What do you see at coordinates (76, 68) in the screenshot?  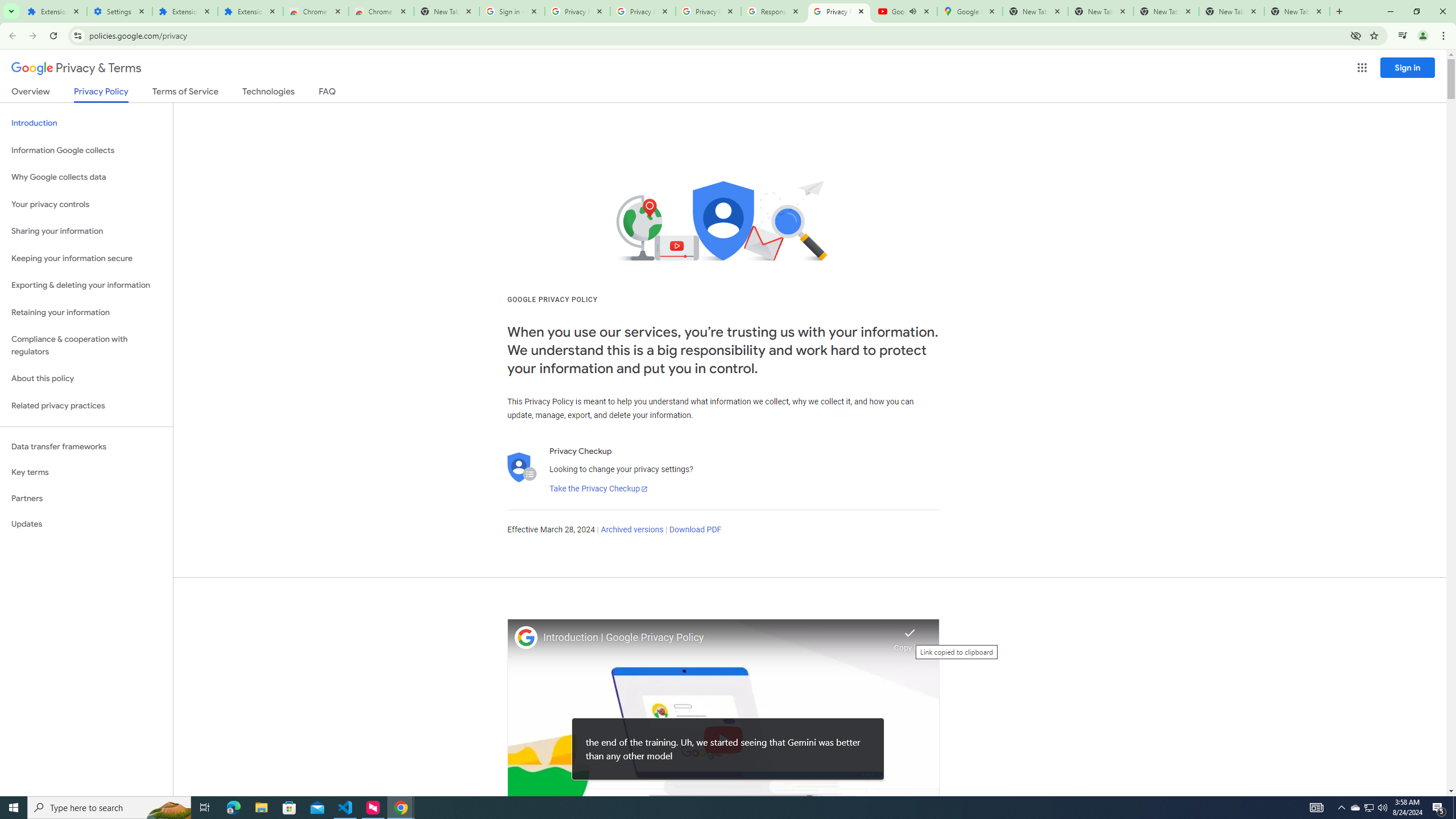 I see `'Privacy & Terms'` at bounding box center [76, 68].